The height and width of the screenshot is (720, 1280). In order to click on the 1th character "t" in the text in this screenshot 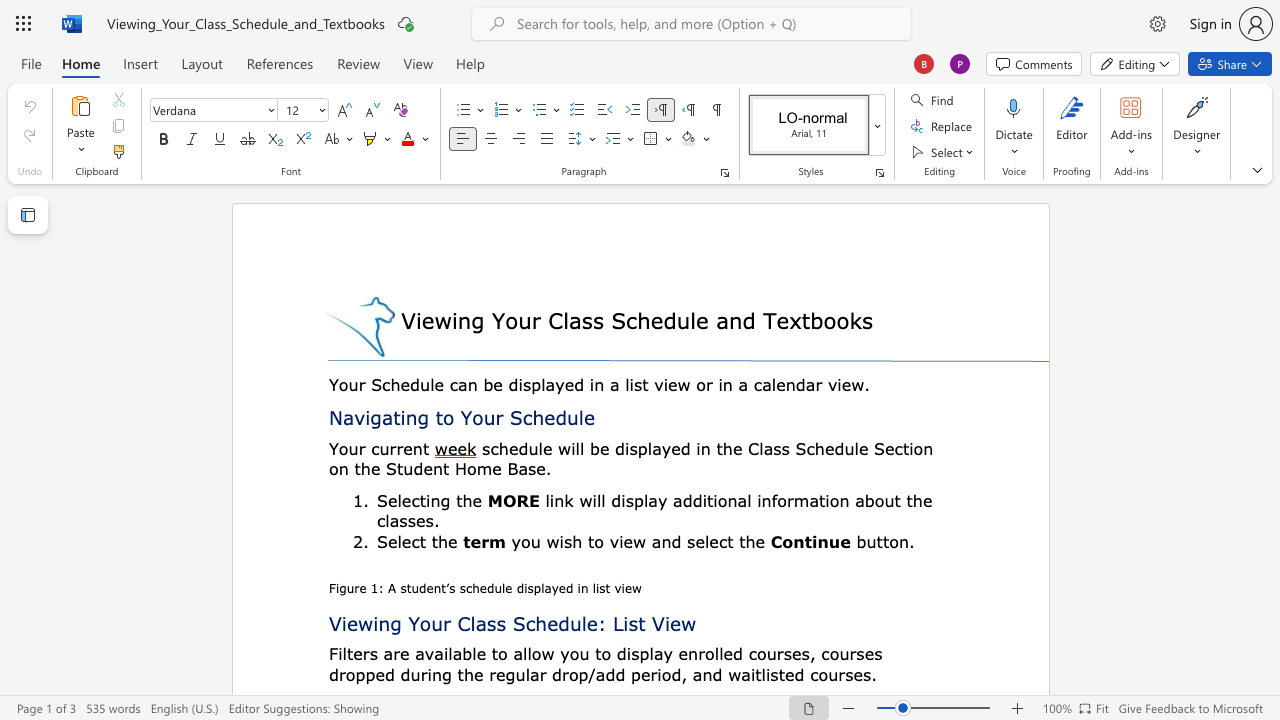, I will do `click(421, 499)`.